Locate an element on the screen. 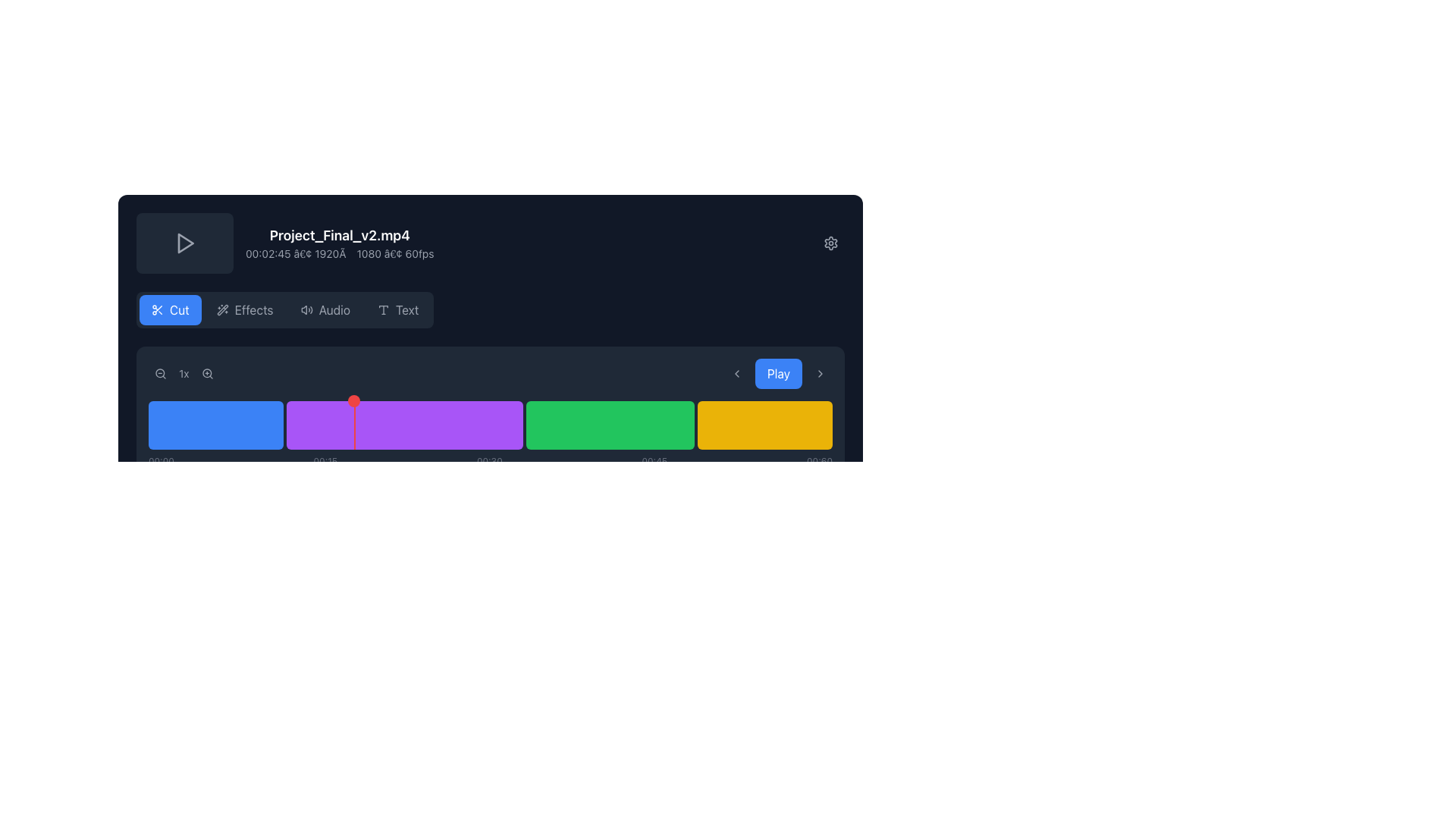 The width and height of the screenshot is (1456, 819). the label located in the horizontal bar at the top of the interface, positioned to the right of 'Effects' and 'Audio' is located at coordinates (407, 309).